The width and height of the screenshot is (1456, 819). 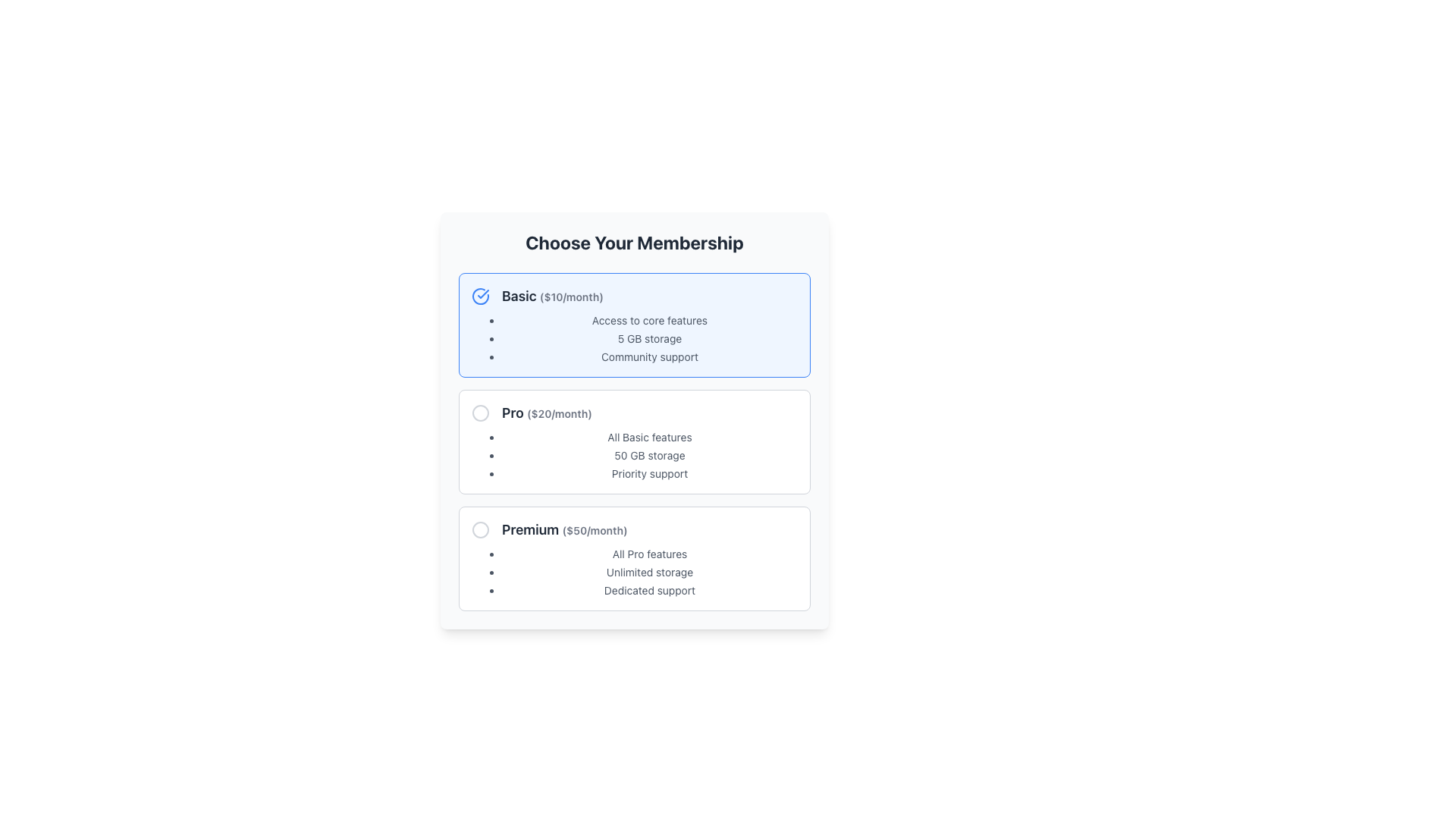 What do you see at coordinates (546, 413) in the screenshot?
I see `the bold text label reading 'Pro ($20/month)' which is located in the middle option of the membership selection list` at bounding box center [546, 413].